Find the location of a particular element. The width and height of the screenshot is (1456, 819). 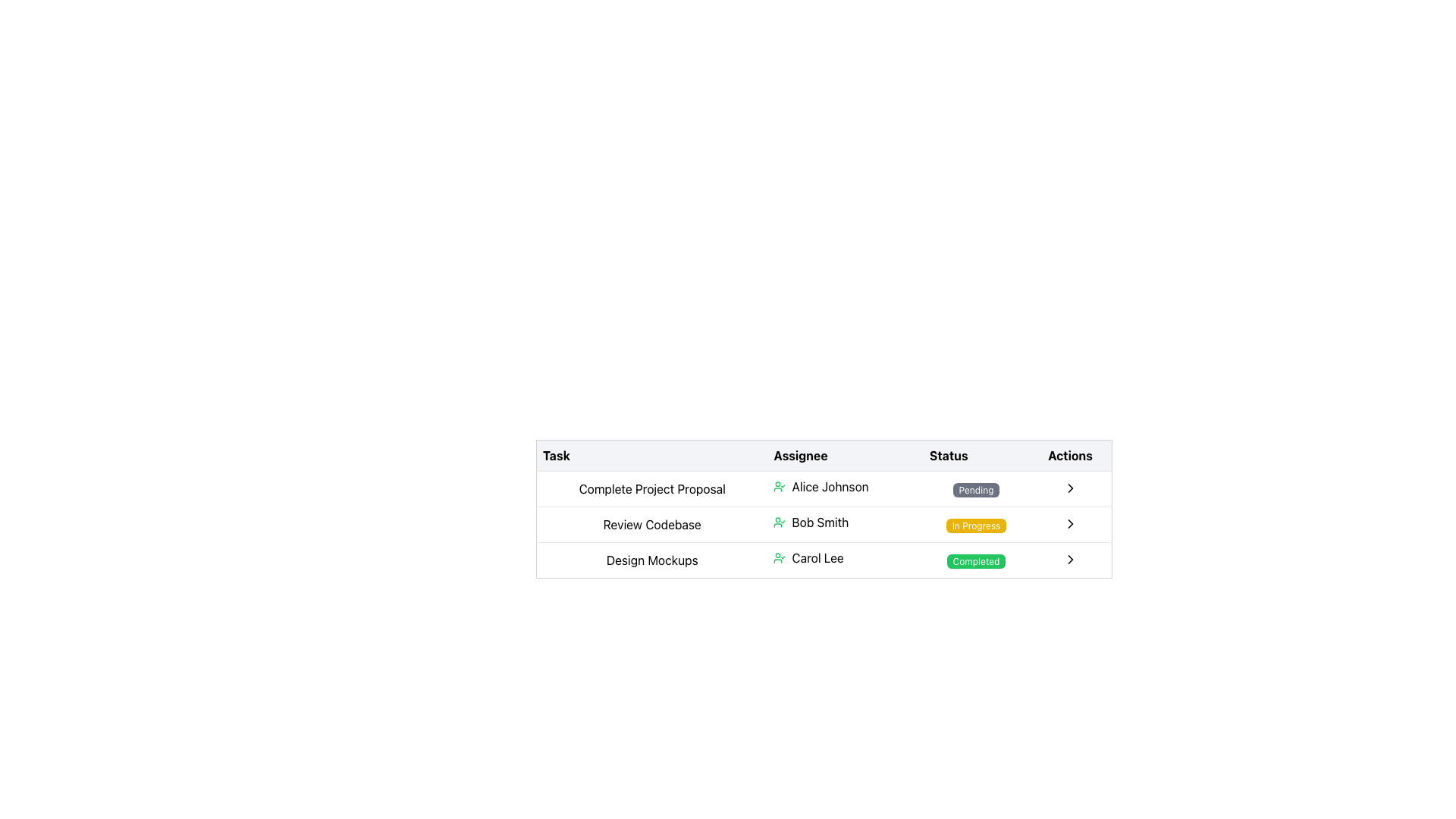

the chevron icon in the third column under 'Actions' for the 'Review Codebase' task is located at coordinates (1069, 522).